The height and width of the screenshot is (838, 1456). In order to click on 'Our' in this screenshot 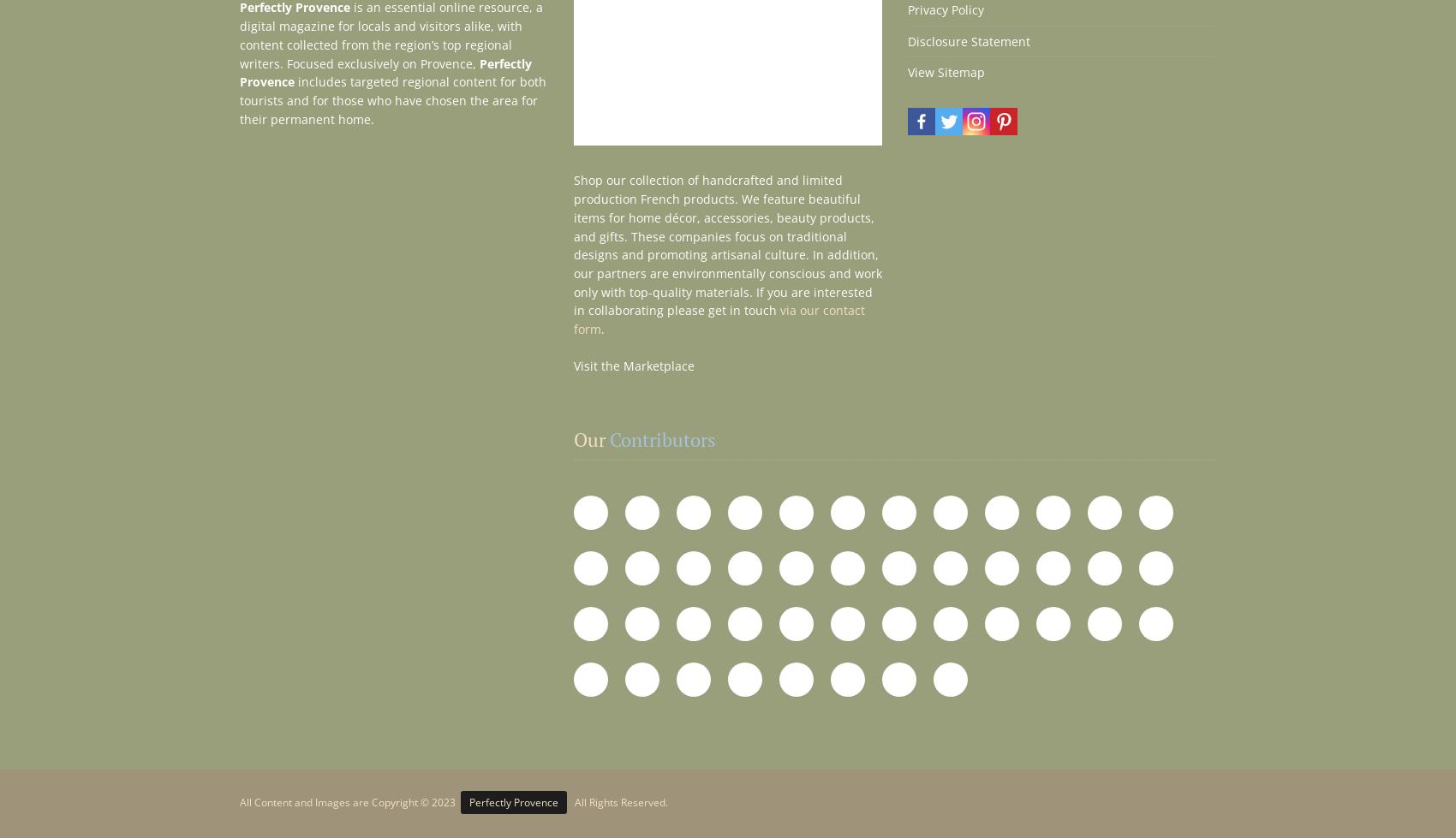, I will do `click(573, 438)`.